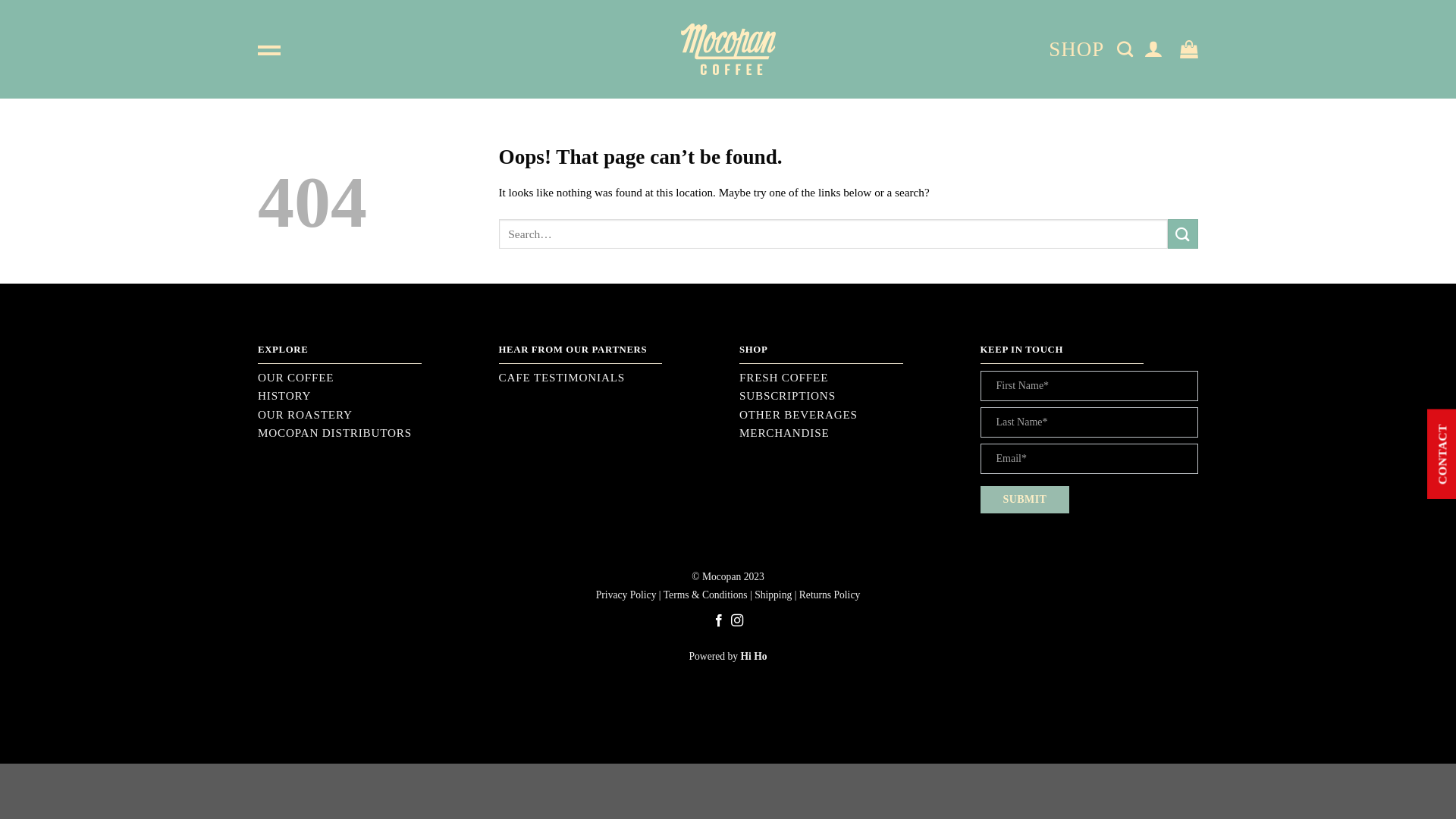  Describe the element at coordinates (773, 594) in the screenshot. I see `'Shipping'` at that location.